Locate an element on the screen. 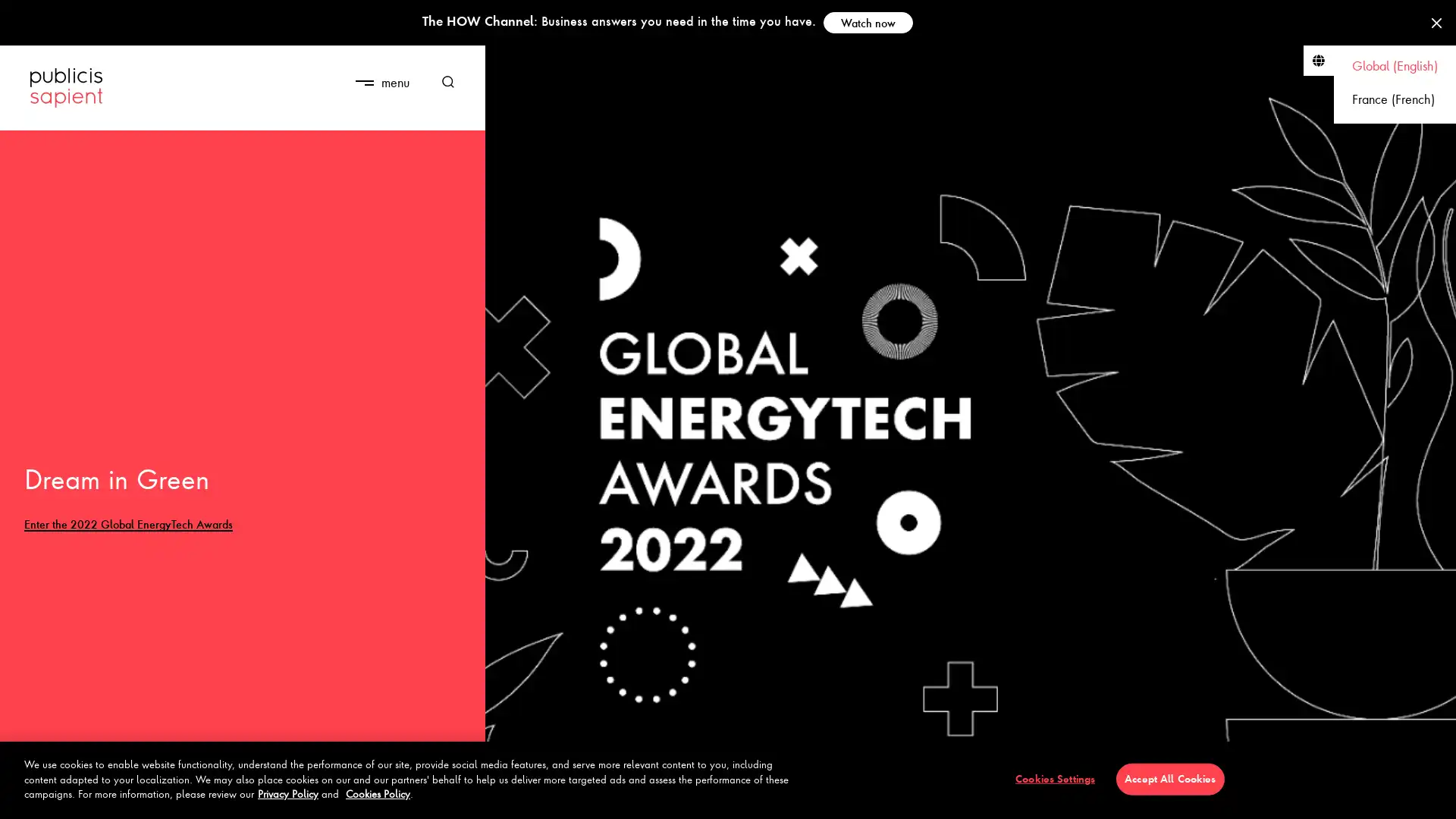 This screenshot has width=1456, height=819. menu is located at coordinates (381, 82).